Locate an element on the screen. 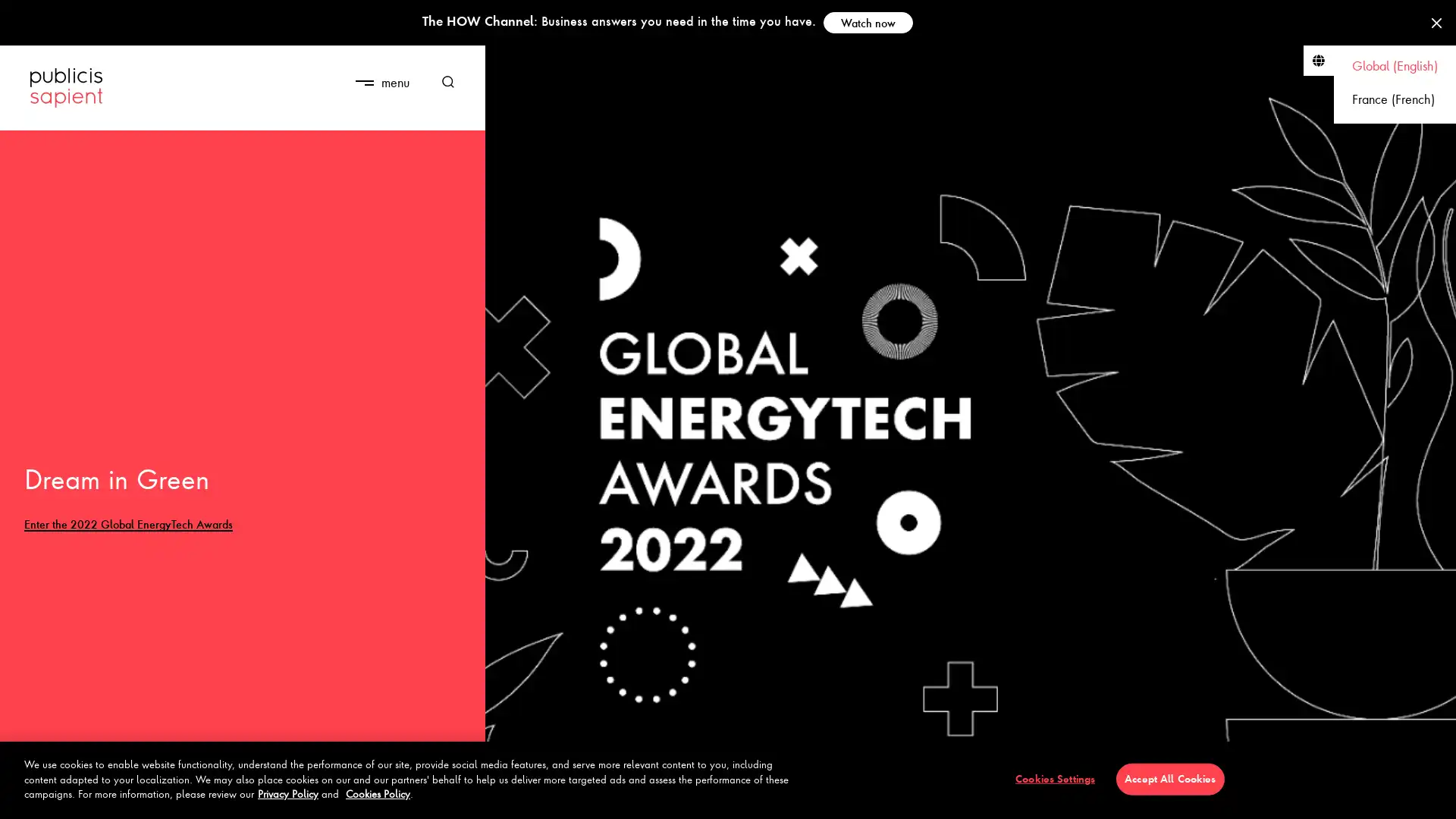 This screenshot has width=1456, height=819. menu is located at coordinates (381, 82).